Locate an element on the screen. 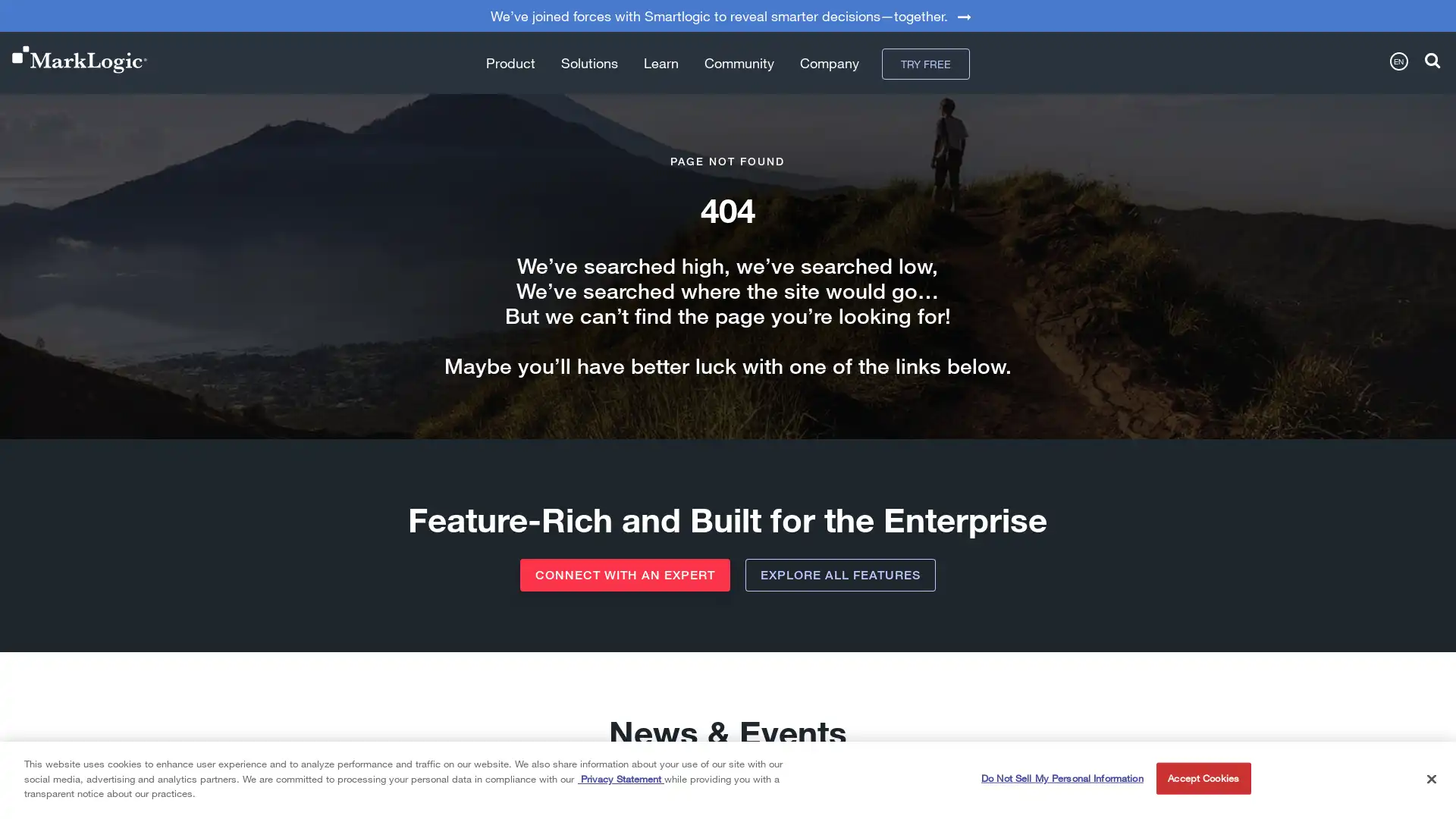 This screenshot has height=819, width=1456. Close is located at coordinates (1430, 778).